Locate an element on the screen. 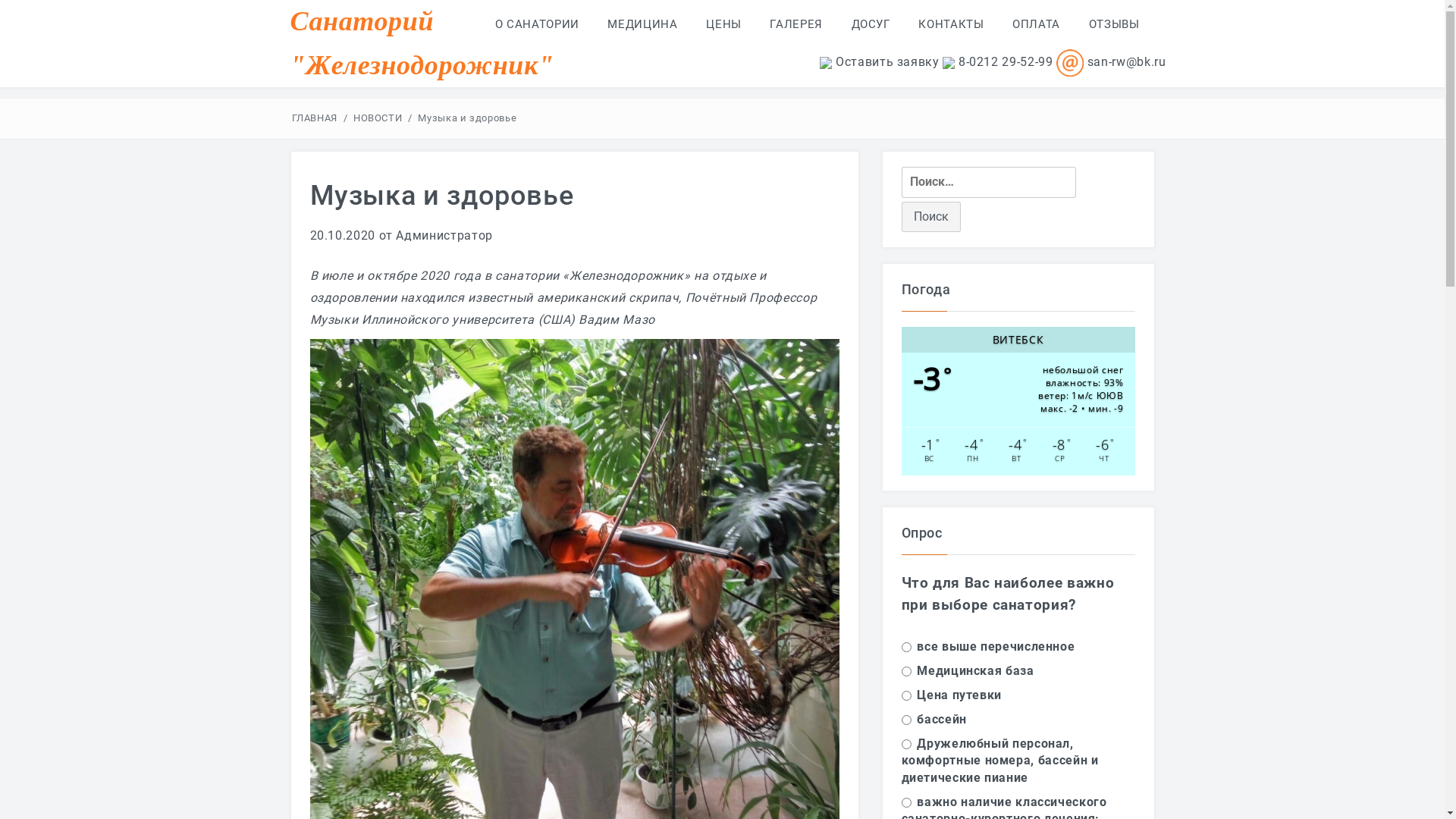  '20.10.2020' is located at coordinates (341, 235).